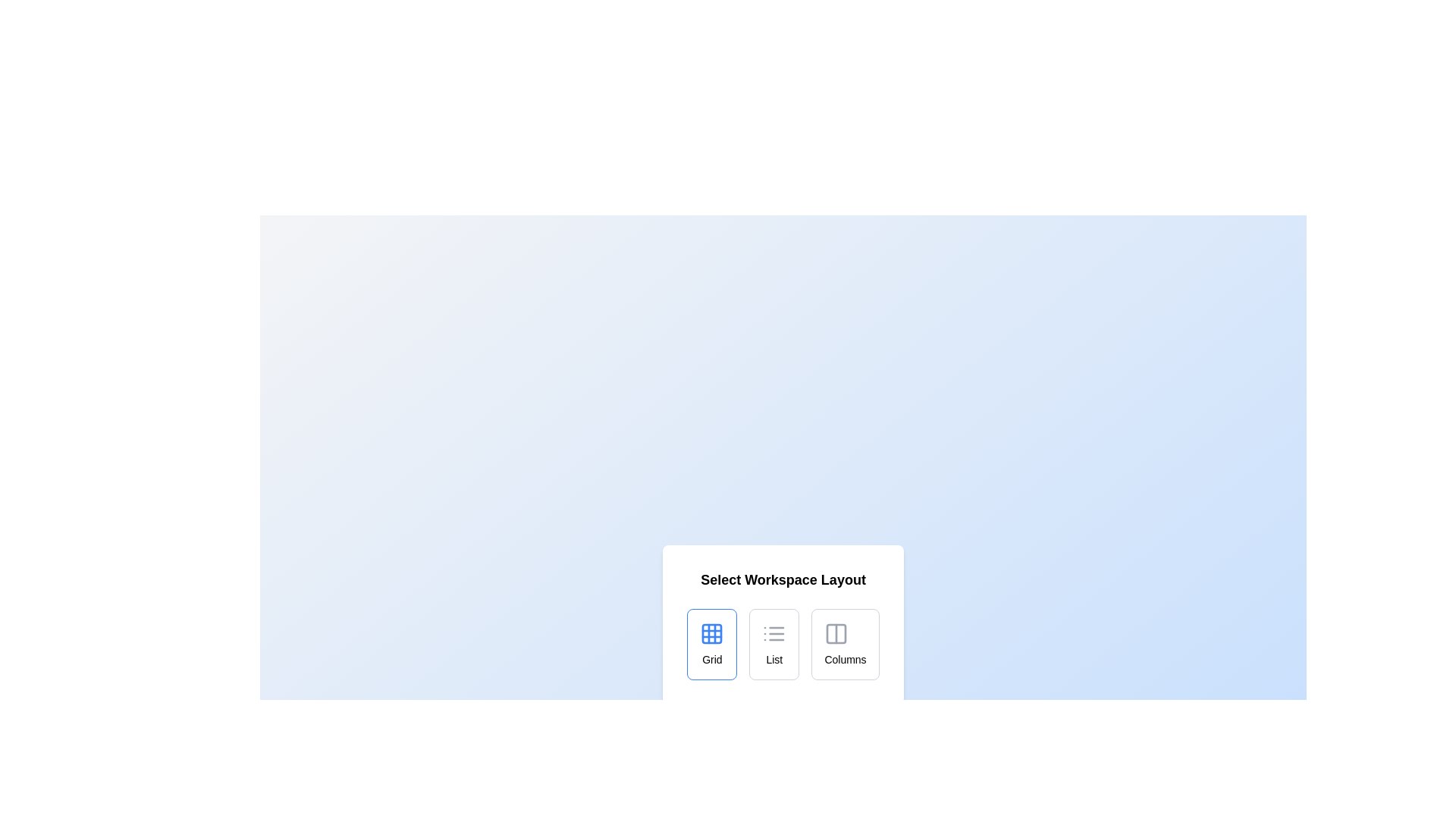  Describe the element at coordinates (844, 644) in the screenshot. I see `the layout option Columns to observe visual feedback` at that location.